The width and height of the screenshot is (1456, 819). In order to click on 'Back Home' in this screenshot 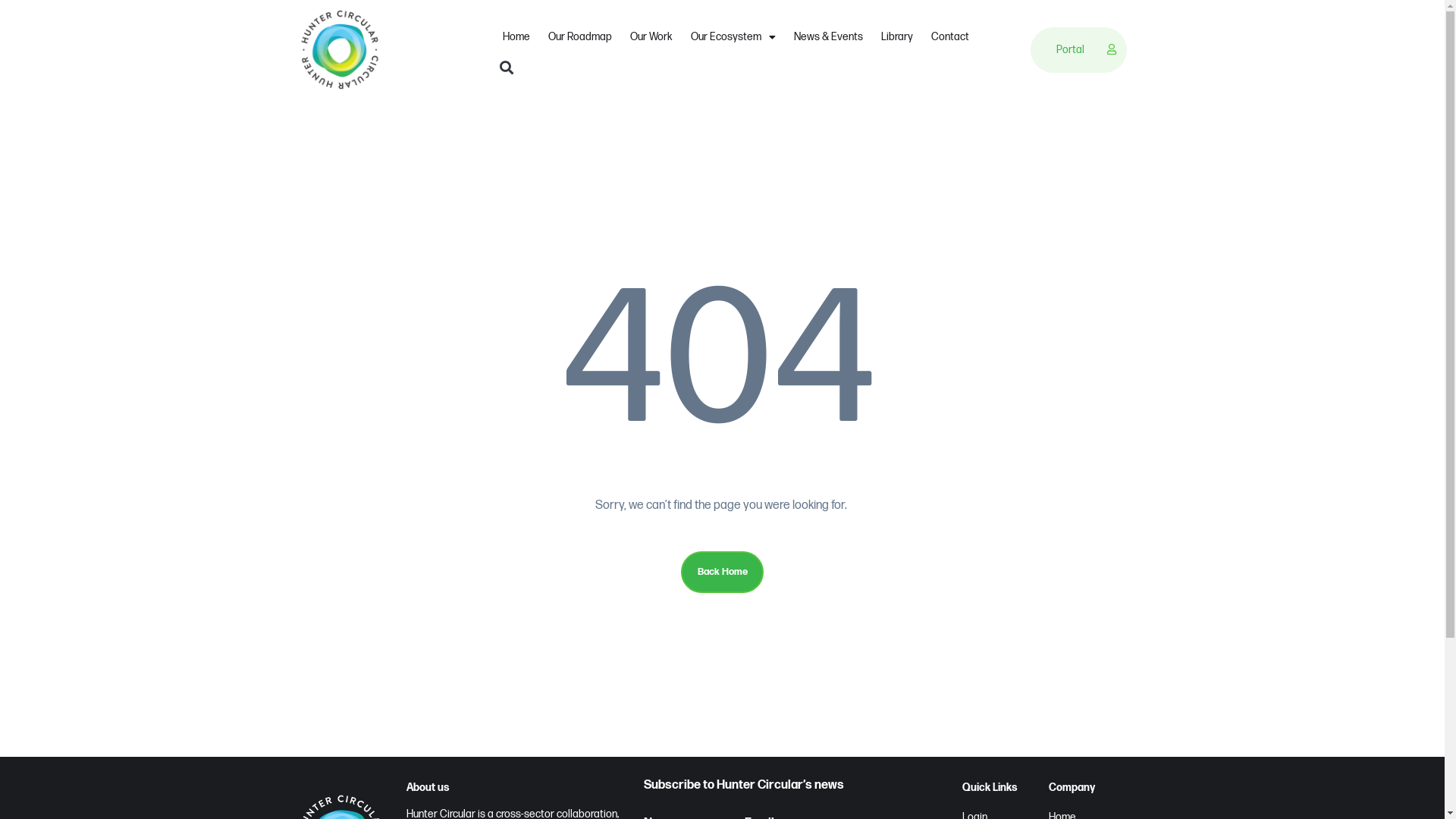, I will do `click(720, 571)`.